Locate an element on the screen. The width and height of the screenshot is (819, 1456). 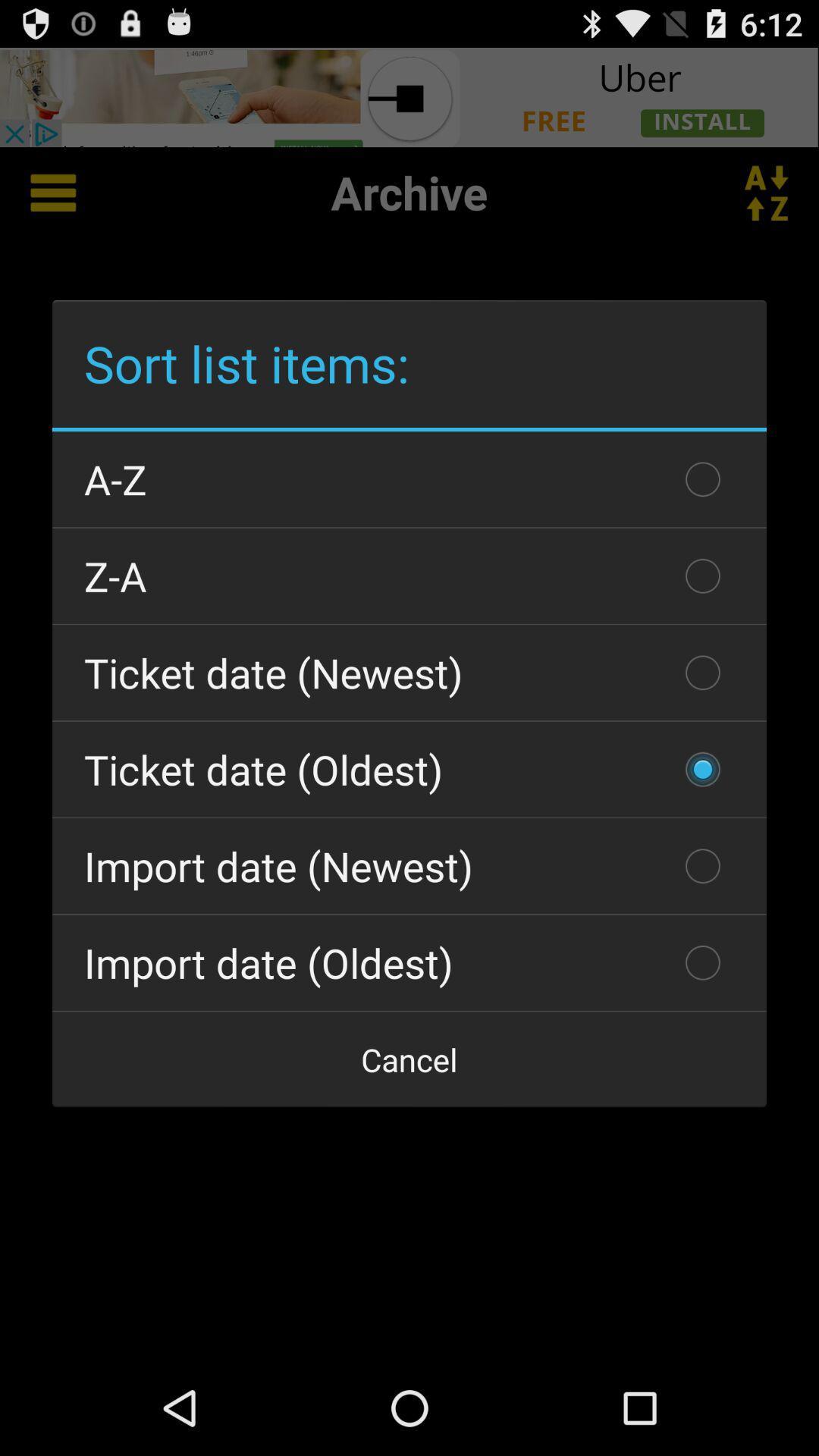
item at the bottom is located at coordinates (409, 1059).